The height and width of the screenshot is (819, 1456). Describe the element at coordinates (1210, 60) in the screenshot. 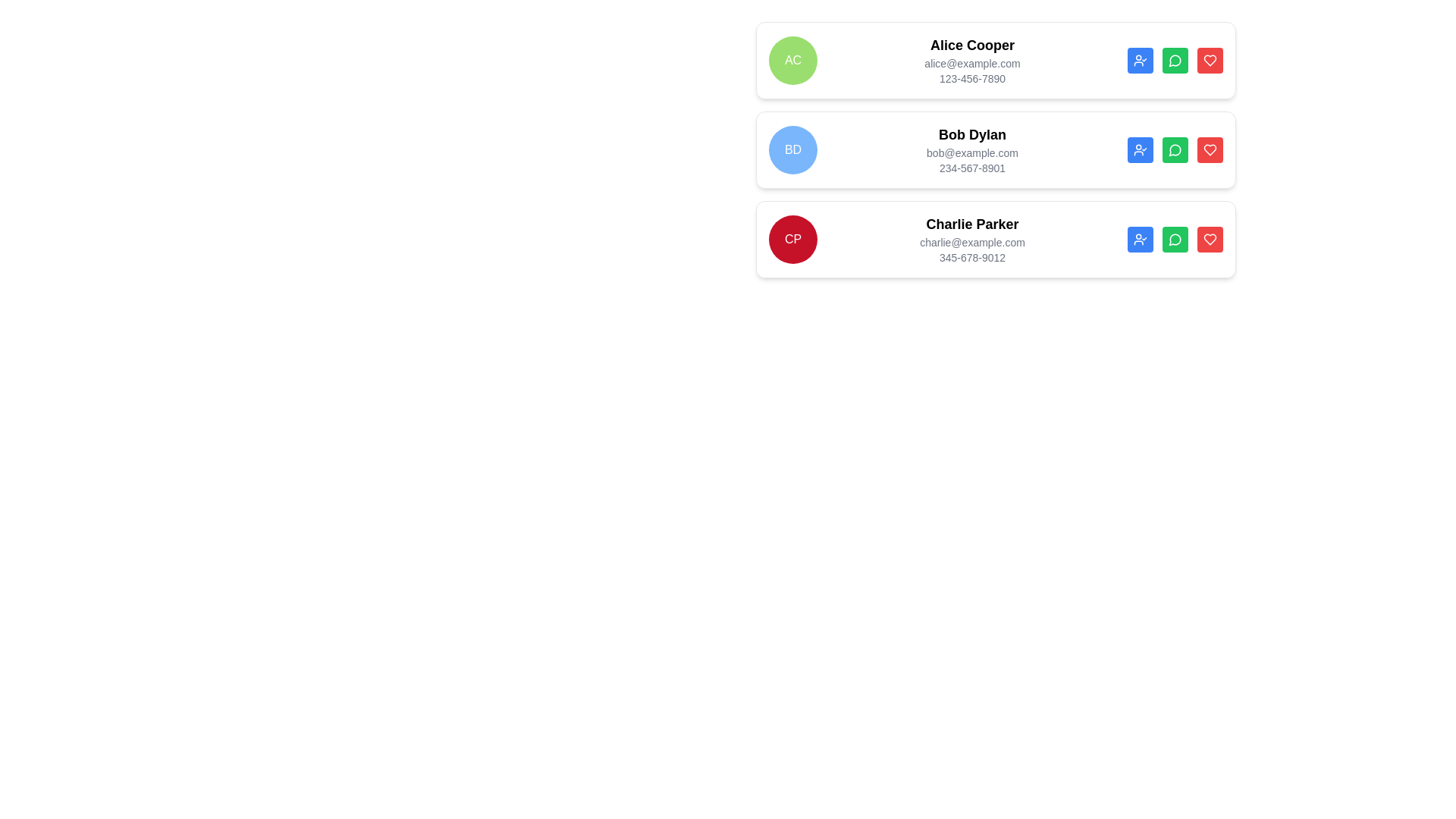

I see `the red heart icon located at the bottom-right corner of the rectangular button on the topmost user card` at that location.